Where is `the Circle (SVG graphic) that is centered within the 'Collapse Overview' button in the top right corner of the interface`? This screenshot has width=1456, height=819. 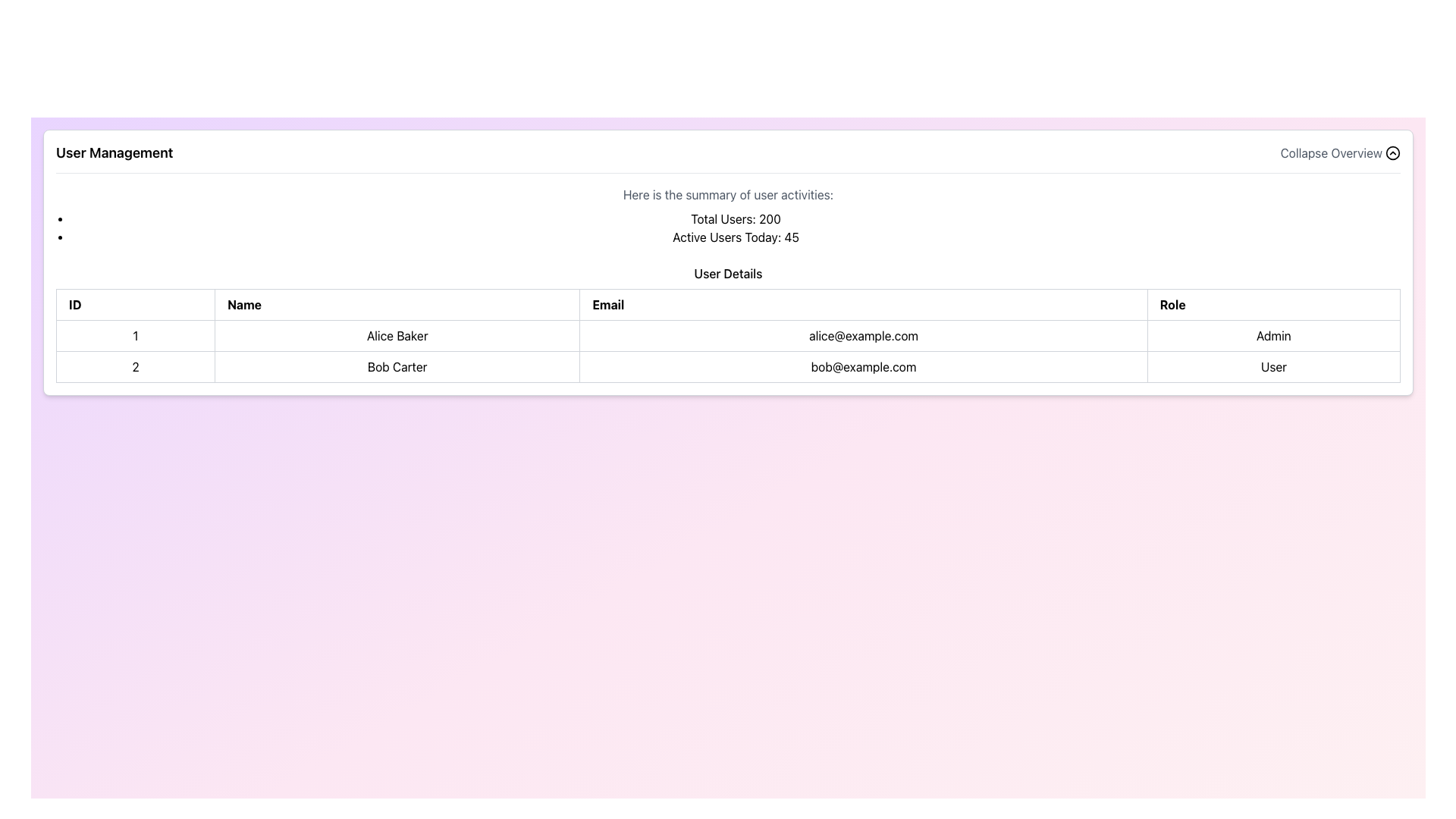
the Circle (SVG graphic) that is centered within the 'Collapse Overview' button in the top right corner of the interface is located at coordinates (1393, 152).